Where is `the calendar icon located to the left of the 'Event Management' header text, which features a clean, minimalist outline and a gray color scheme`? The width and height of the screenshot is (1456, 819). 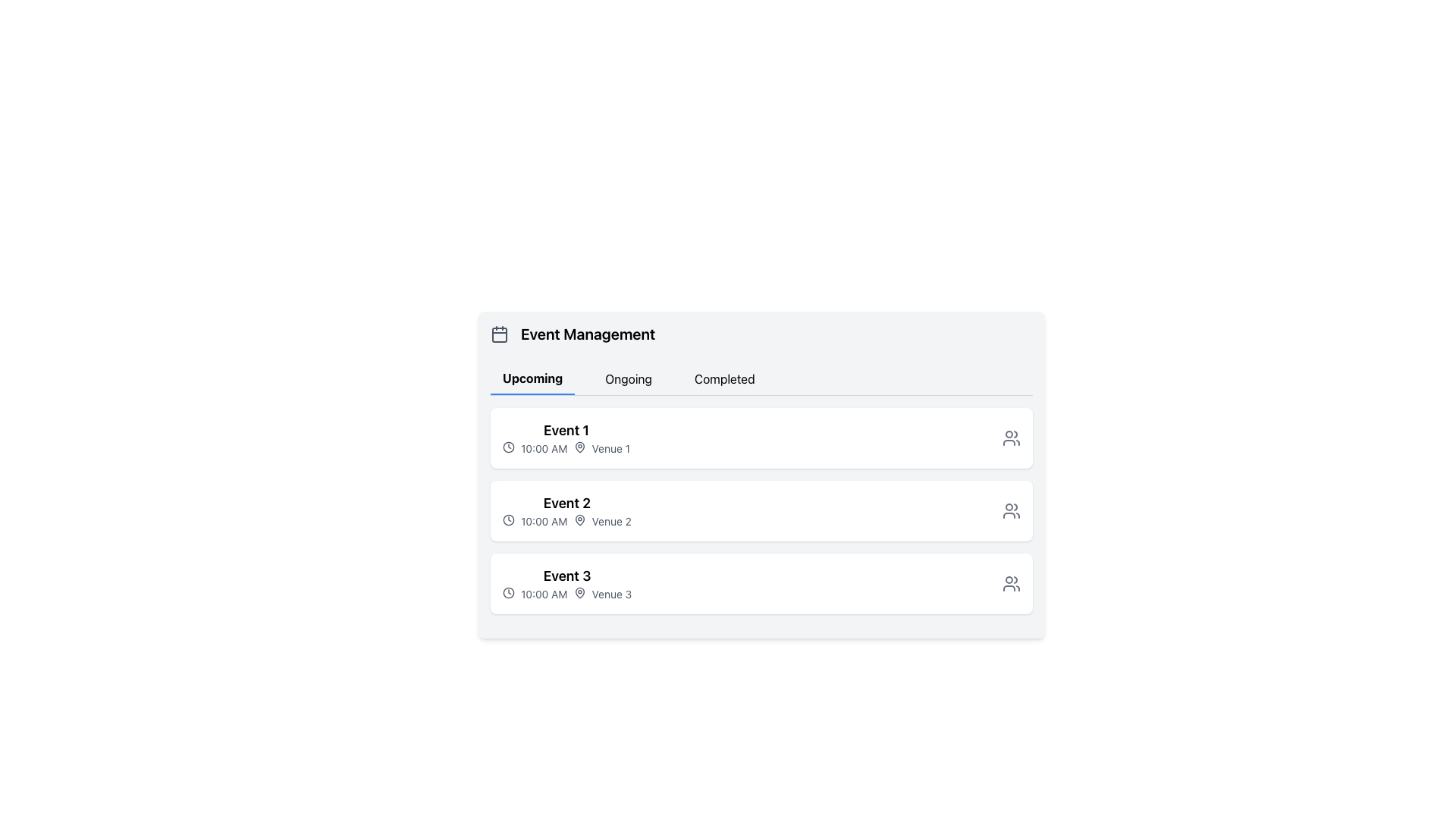
the calendar icon located to the left of the 'Event Management' header text, which features a clean, minimalist outline and a gray color scheme is located at coordinates (499, 333).